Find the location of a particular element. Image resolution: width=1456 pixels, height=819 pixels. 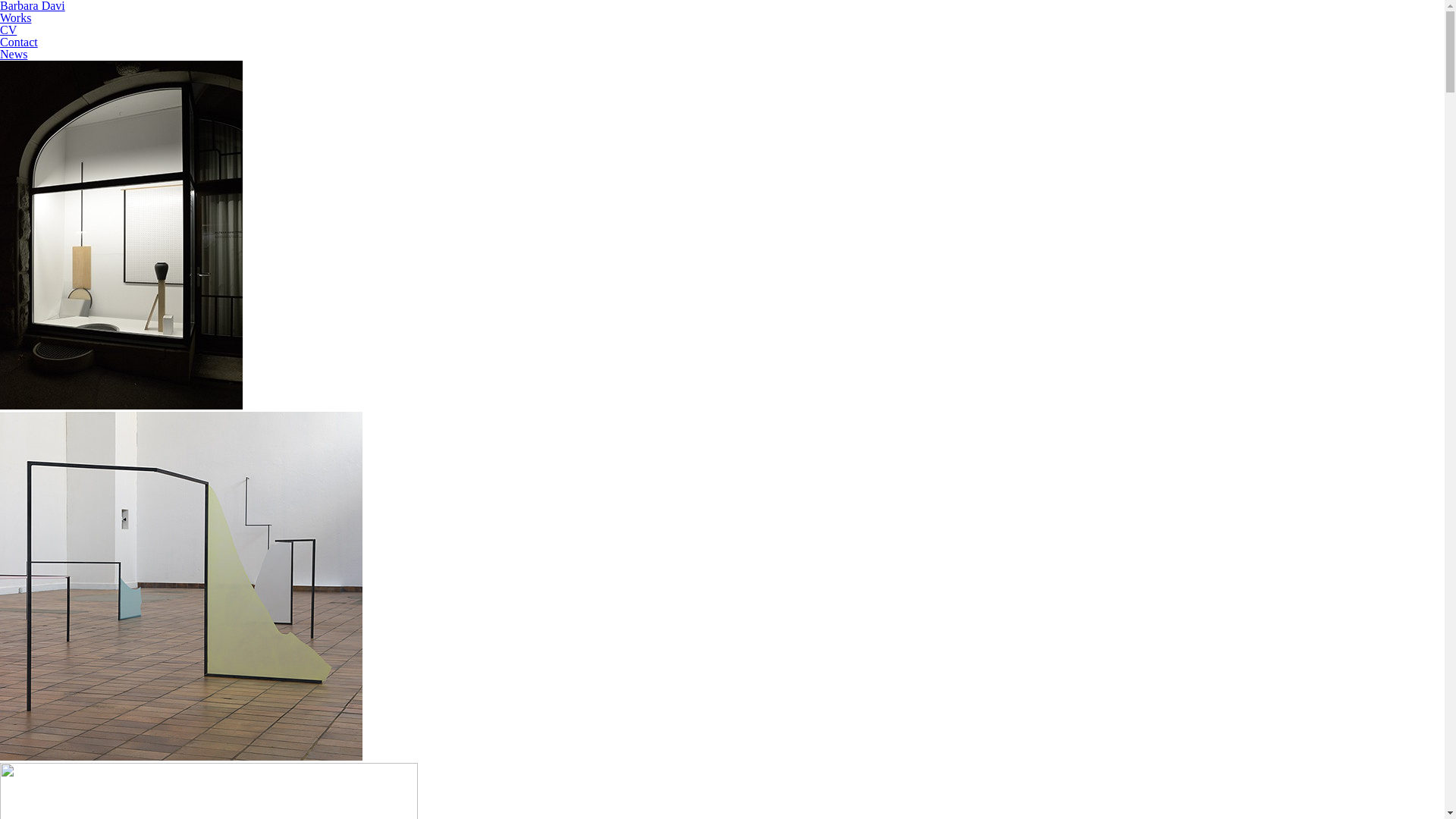

'News' is located at coordinates (14, 53).